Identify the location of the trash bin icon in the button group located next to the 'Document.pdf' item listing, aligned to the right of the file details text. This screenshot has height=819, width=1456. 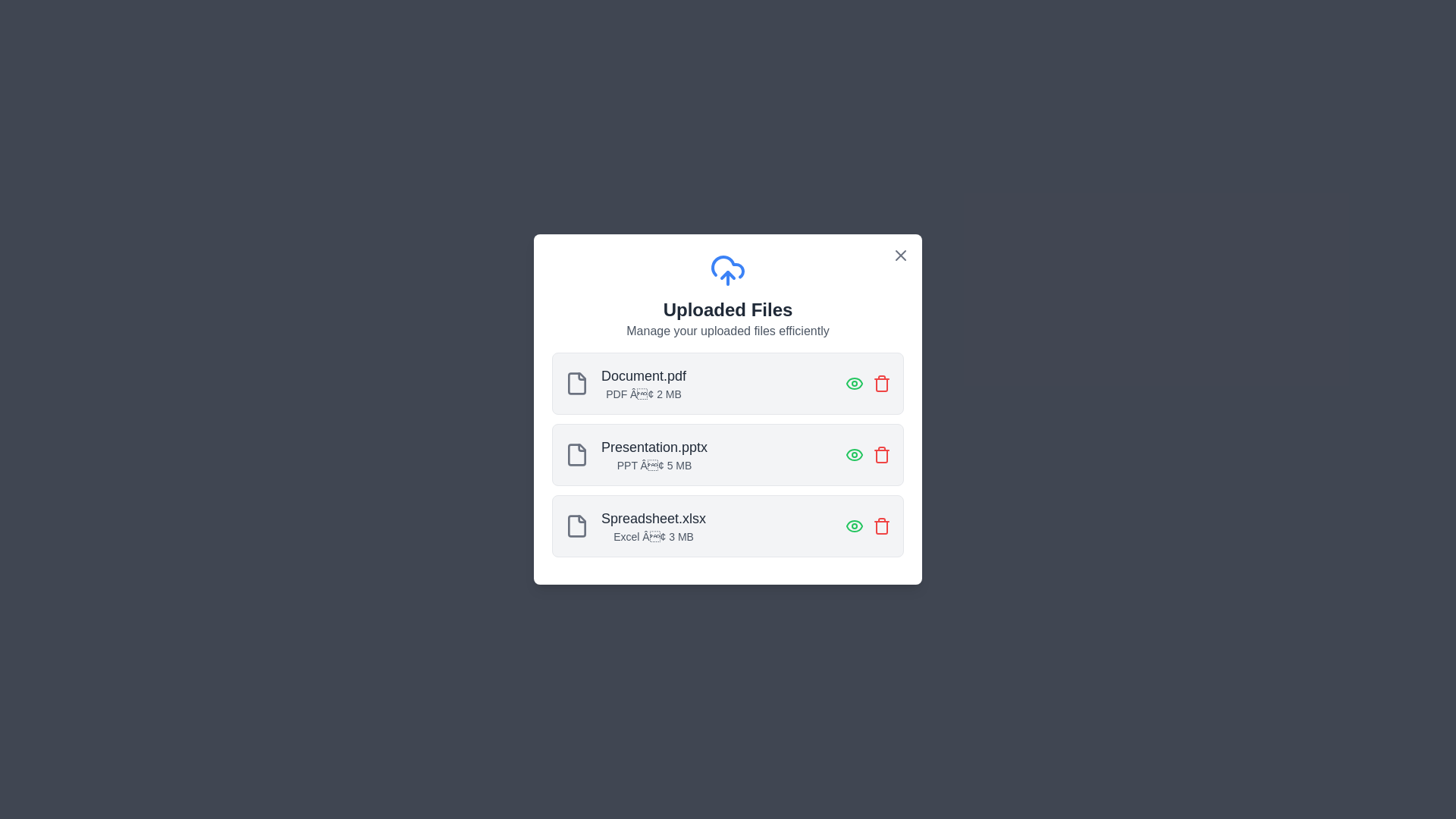
(868, 382).